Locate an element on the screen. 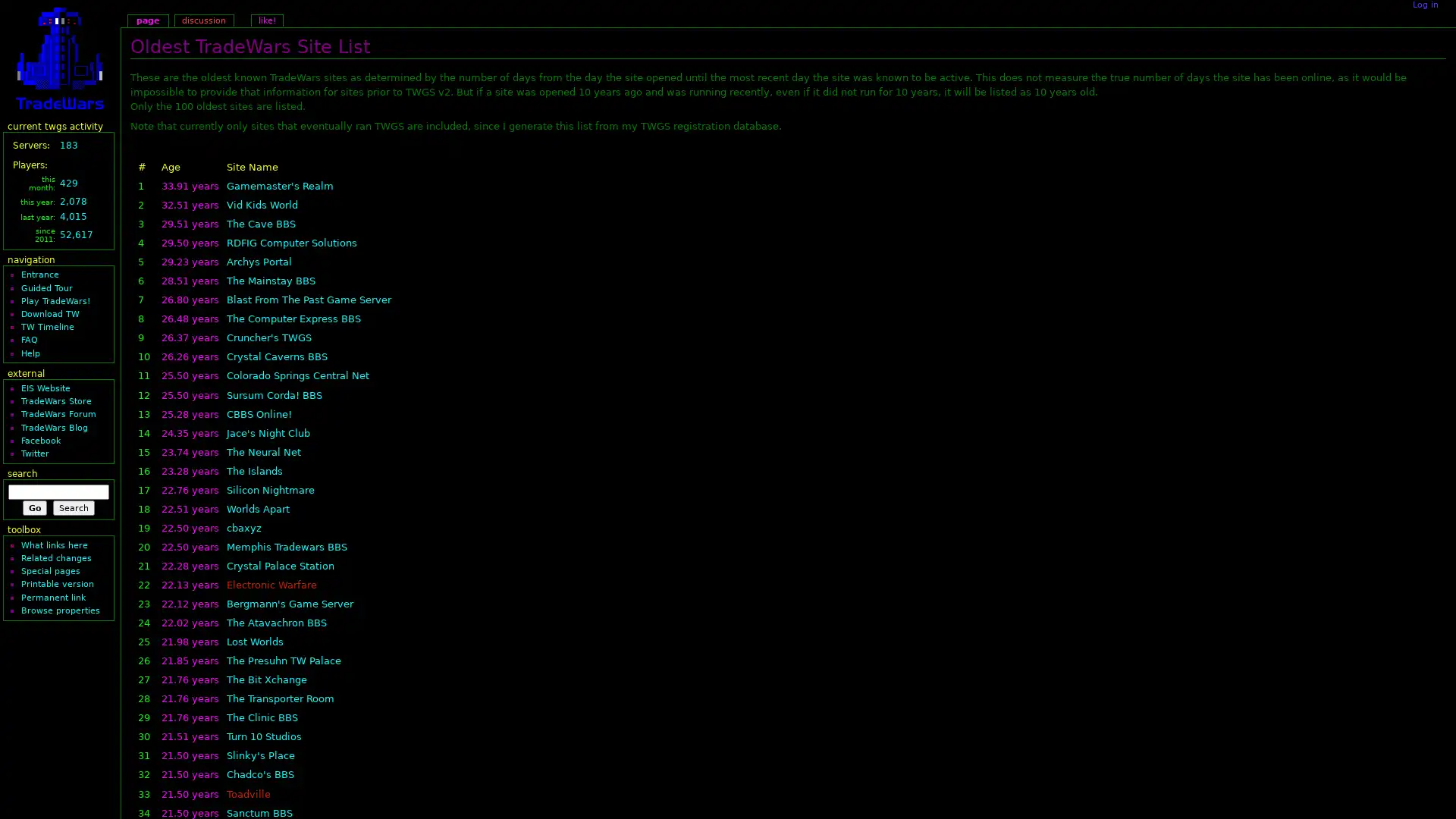 Image resolution: width=1456 pixels, height=819 pixels. Search is located at coordinates (73, 508).